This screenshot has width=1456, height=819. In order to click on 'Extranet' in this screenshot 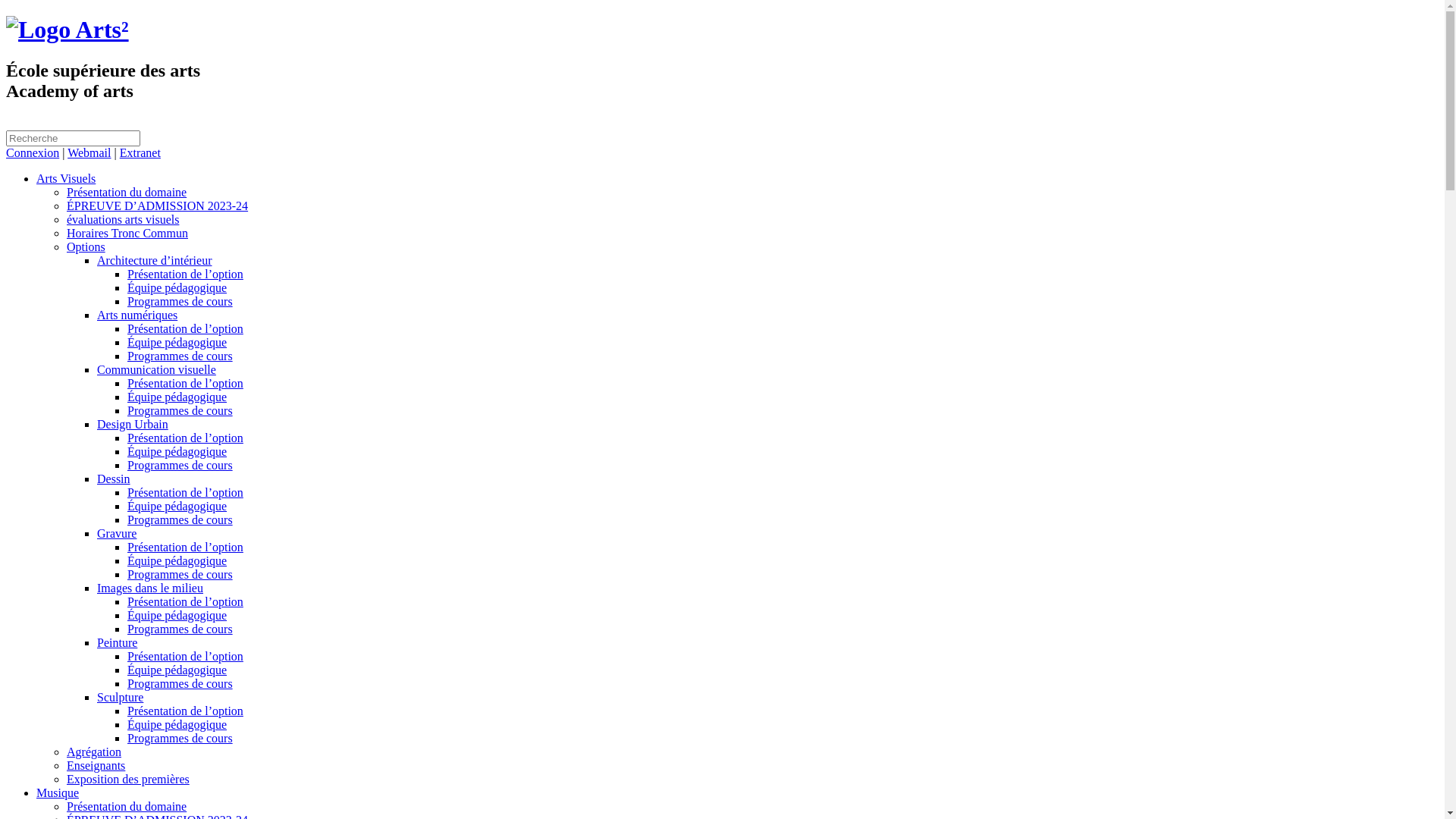, I will do `click(140, 152)`.